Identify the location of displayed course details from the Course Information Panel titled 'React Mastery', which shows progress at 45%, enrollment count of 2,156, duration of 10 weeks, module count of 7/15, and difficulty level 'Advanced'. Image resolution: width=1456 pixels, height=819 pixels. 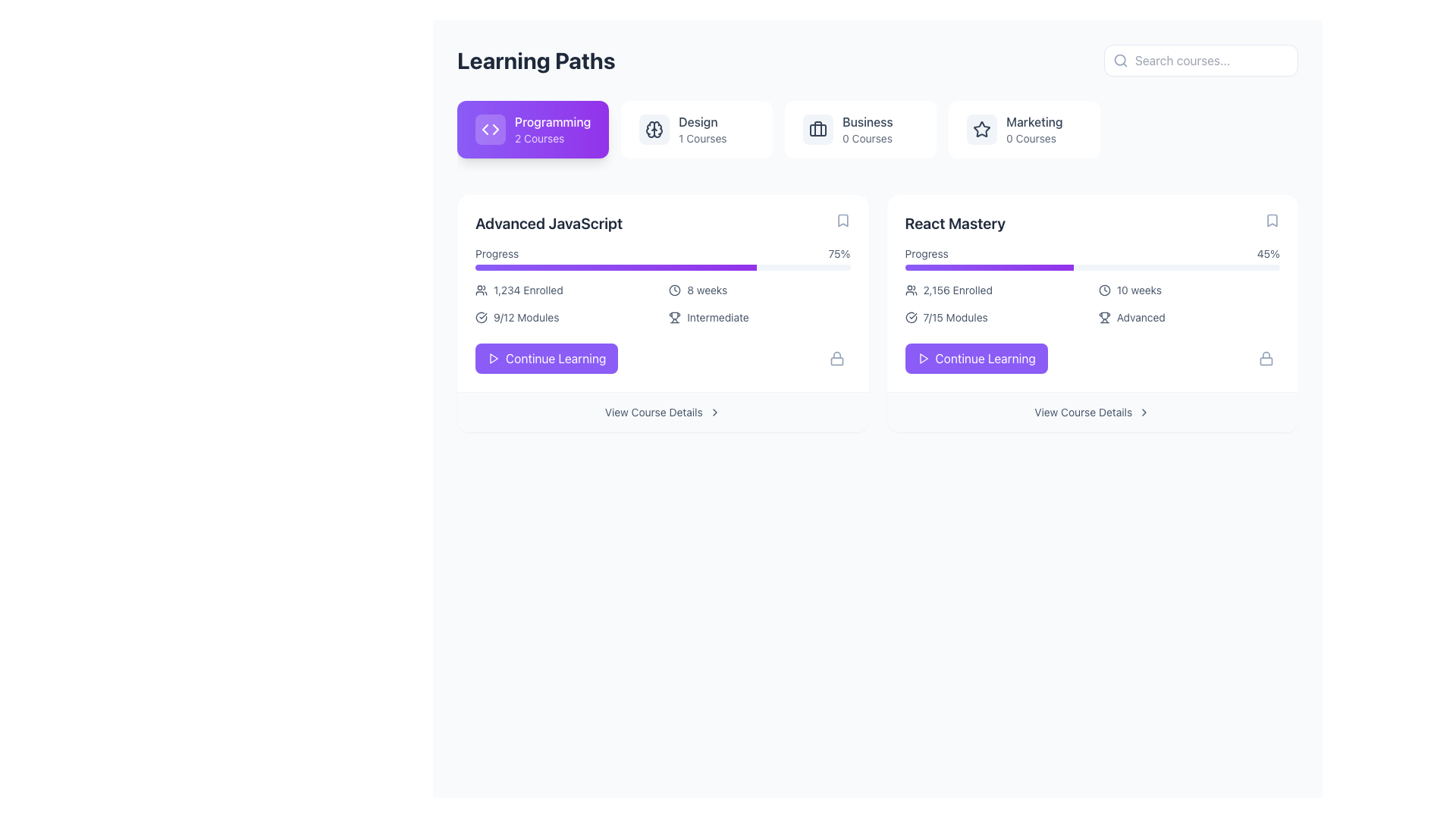
(1092, 293).